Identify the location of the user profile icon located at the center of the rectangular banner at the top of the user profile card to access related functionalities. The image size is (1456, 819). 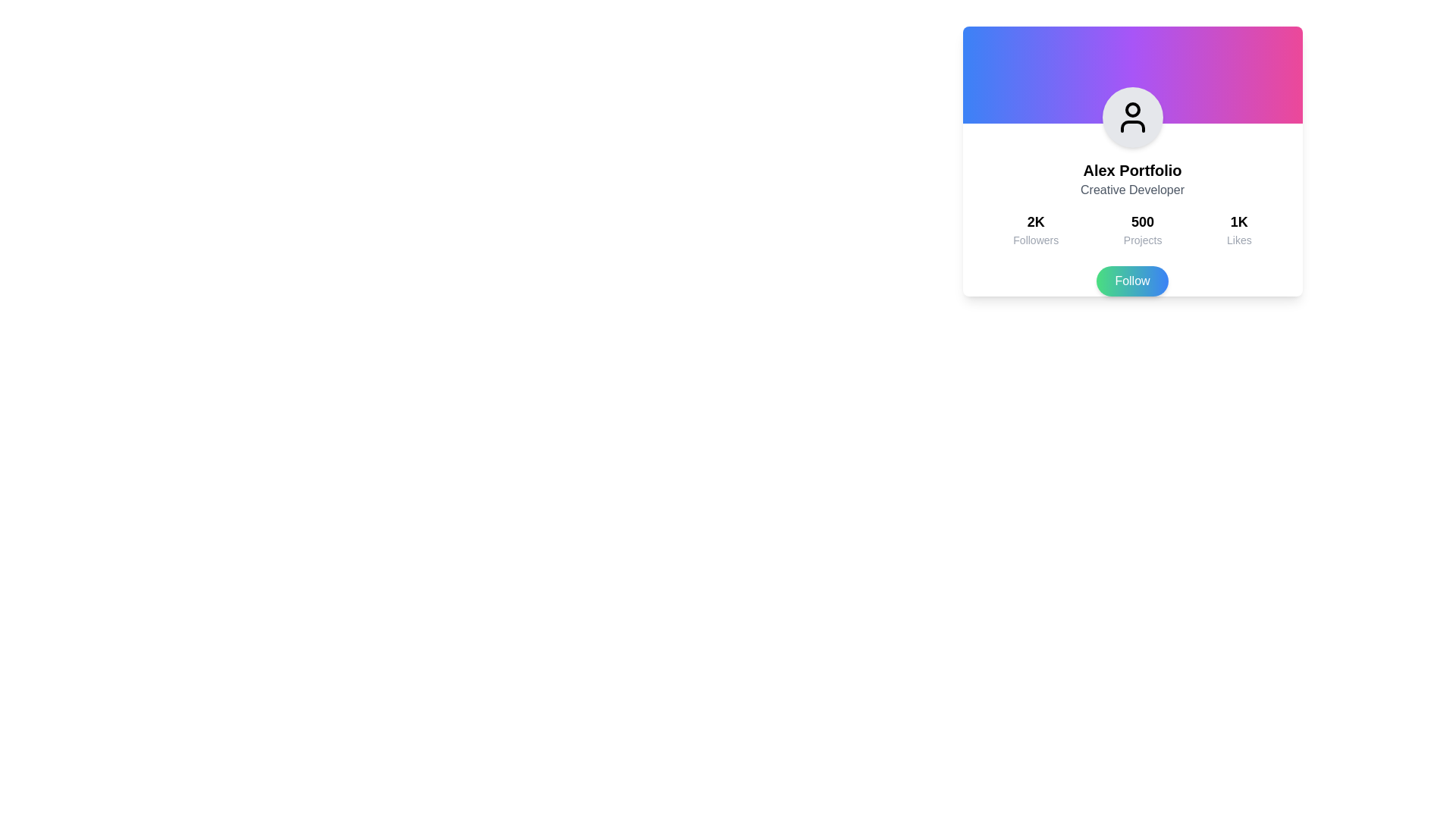
(1132, 116).